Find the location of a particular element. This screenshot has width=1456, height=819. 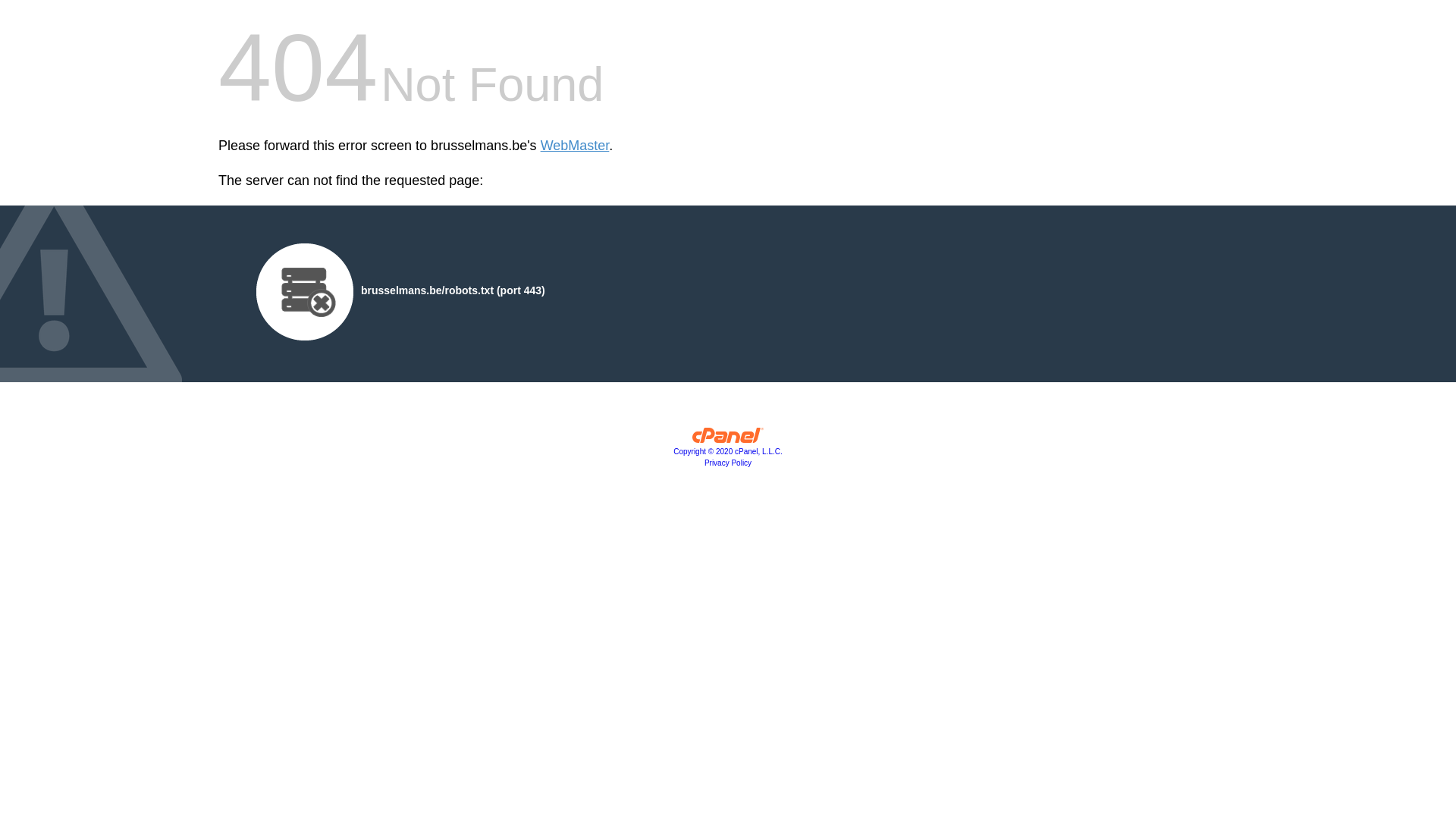

'Privacy Policy' is located at coordinates (728, 462).